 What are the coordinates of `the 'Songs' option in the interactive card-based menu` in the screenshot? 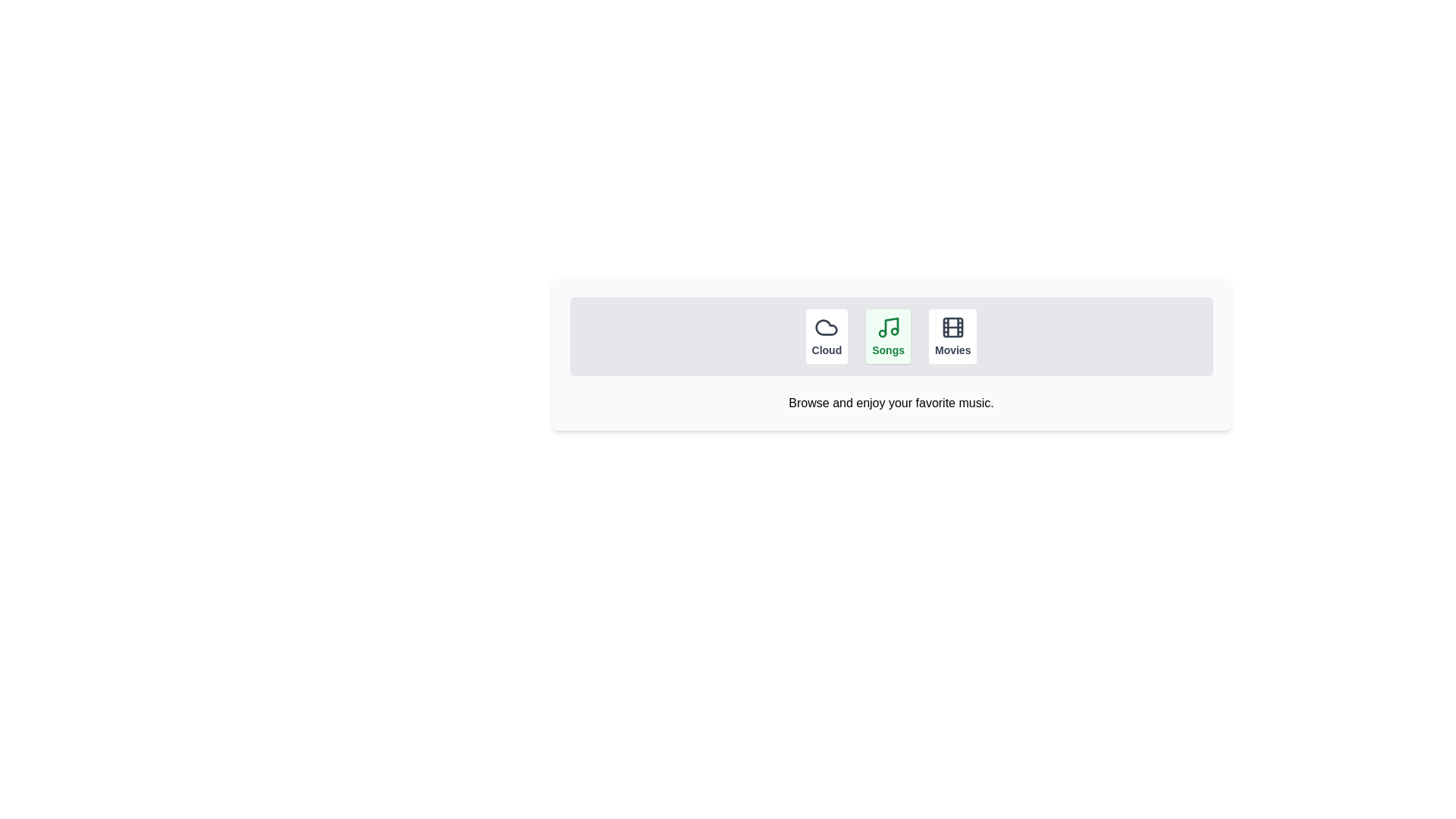 It's located at (891, 354).